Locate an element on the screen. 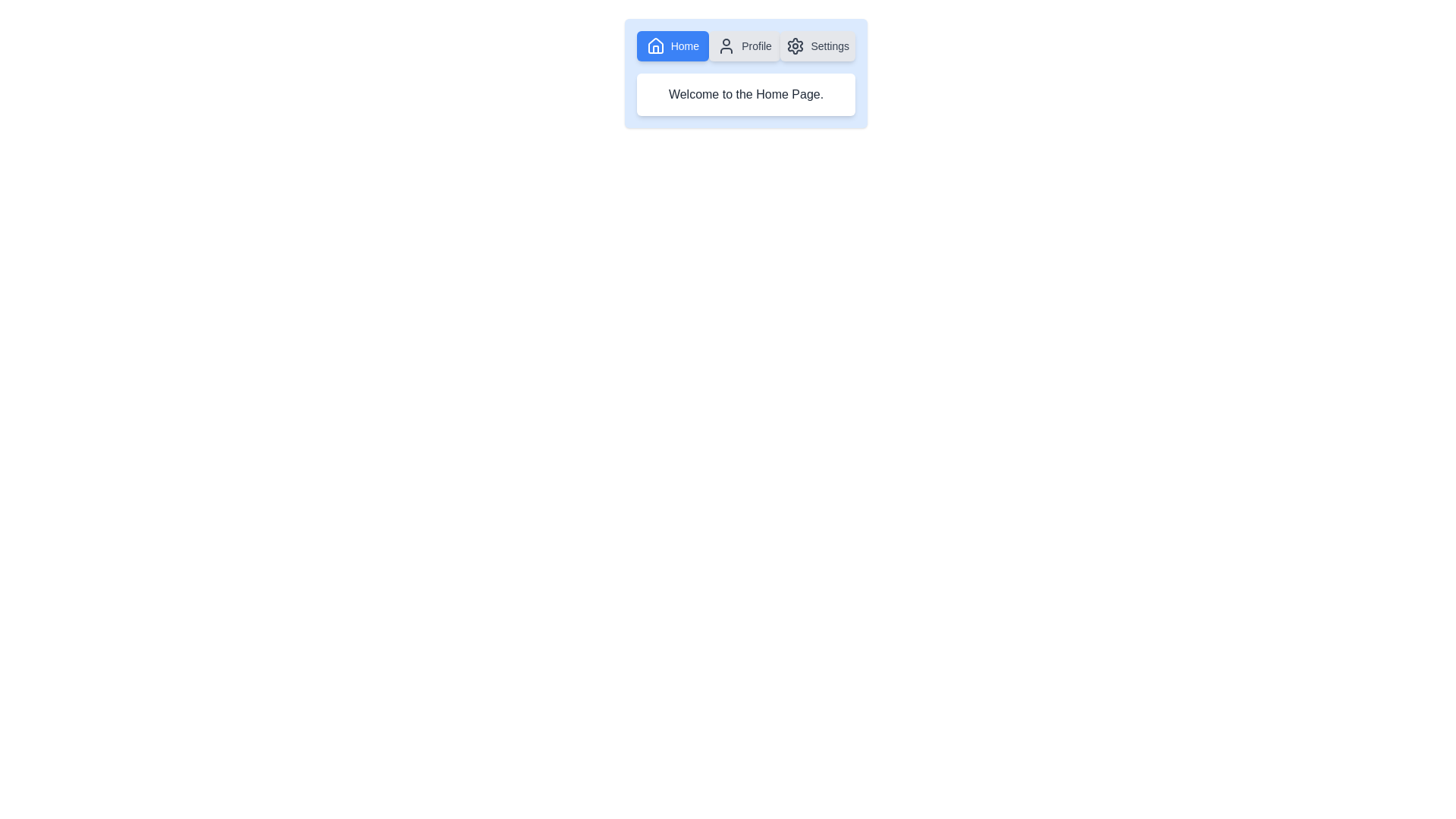  the text display box that shows 'Welcome to the Home Page.' with a white background, rounded corners, and a shadow effect, located centrally below the navigation bar is located at coordinates (745, 94).